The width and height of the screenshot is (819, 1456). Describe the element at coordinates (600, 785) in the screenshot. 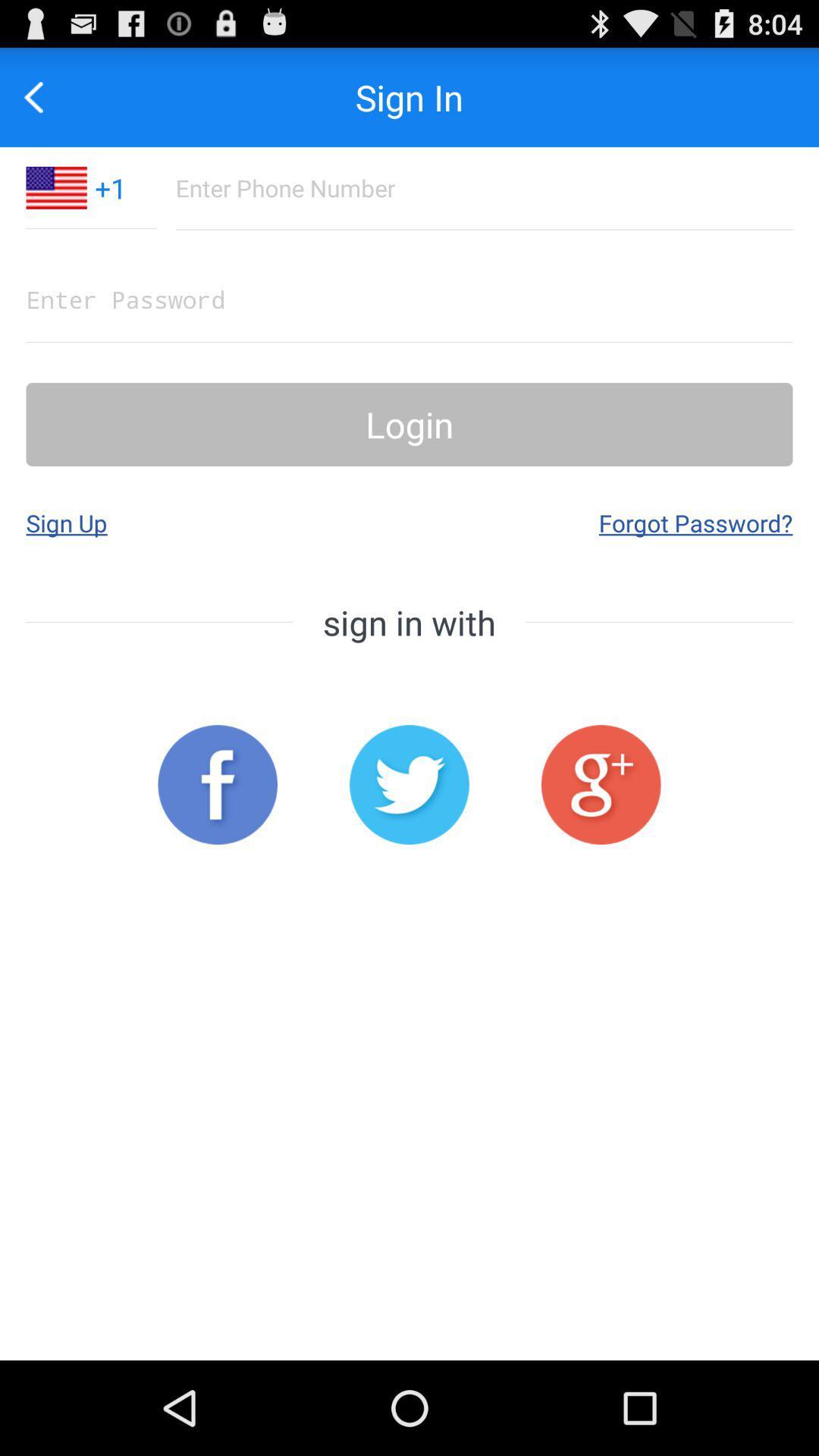

I see `sign in with google plus` at that location.